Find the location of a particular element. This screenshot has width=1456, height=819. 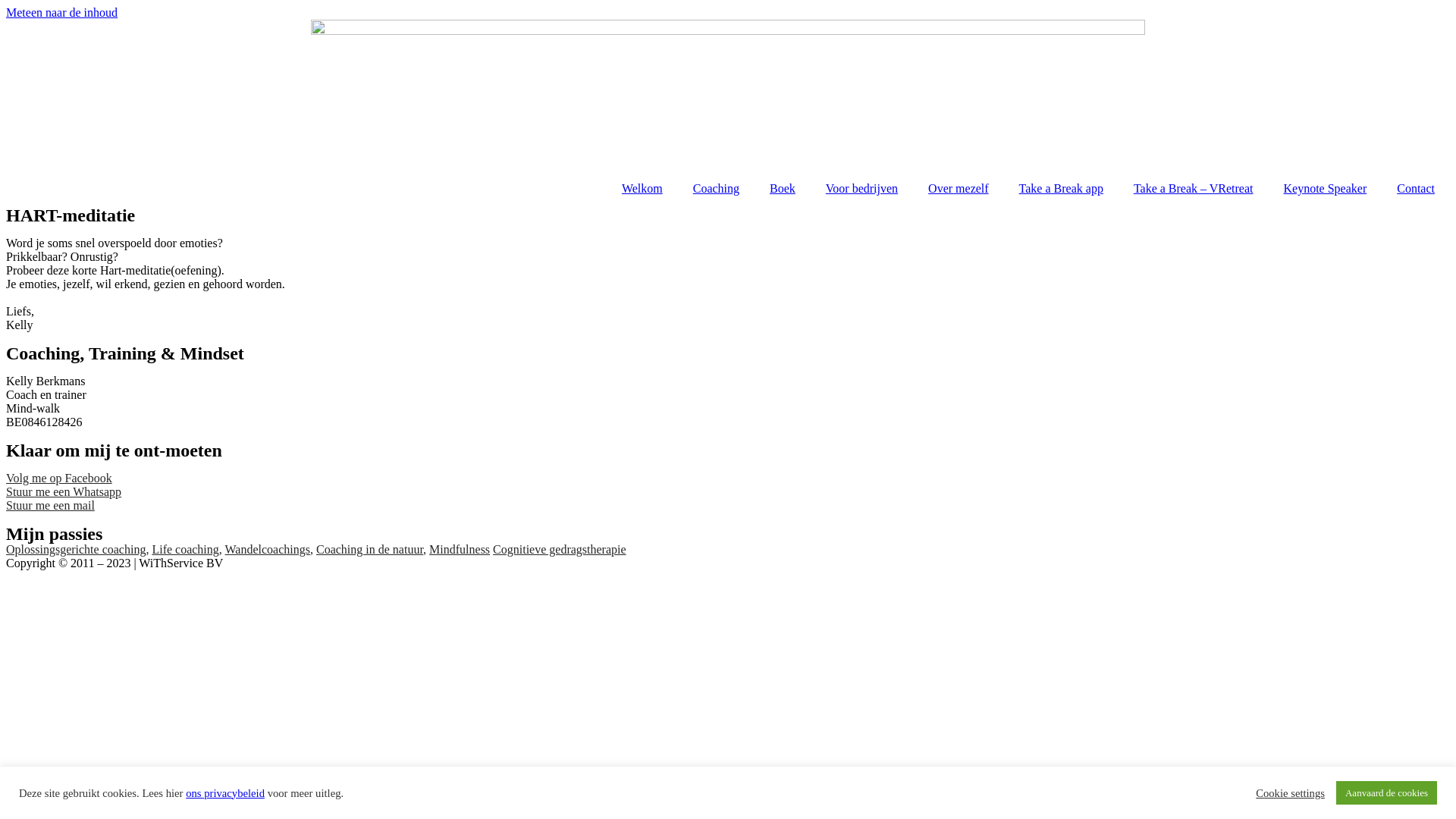

'Boek' is located at coordinates (783, 188).